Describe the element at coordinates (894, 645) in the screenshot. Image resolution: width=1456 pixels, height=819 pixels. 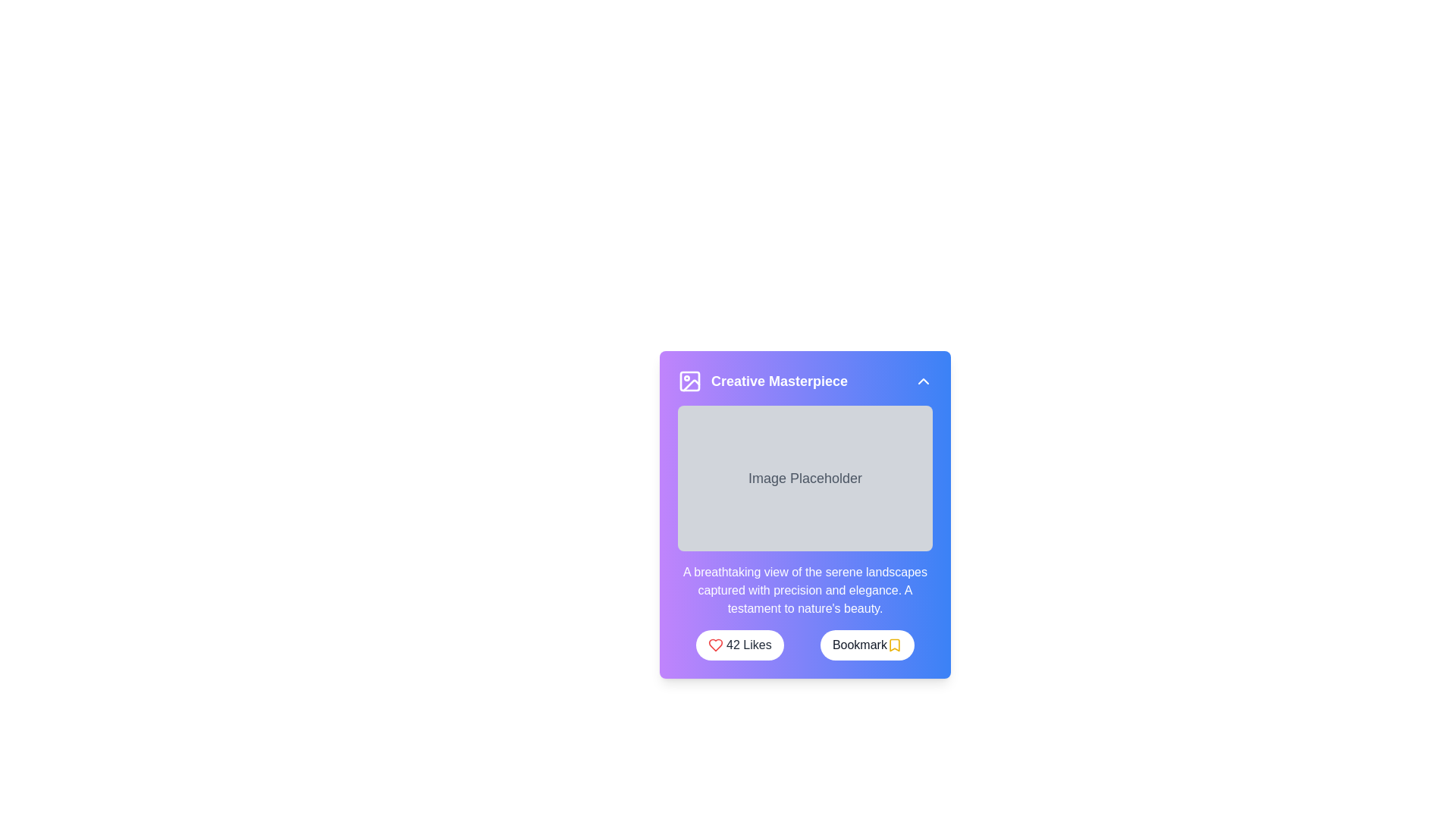
I see `the vibrant yellow bookmark icon within the 'Bookmark' button located at the bottom-right of the card component to bookmark the content` at that location.